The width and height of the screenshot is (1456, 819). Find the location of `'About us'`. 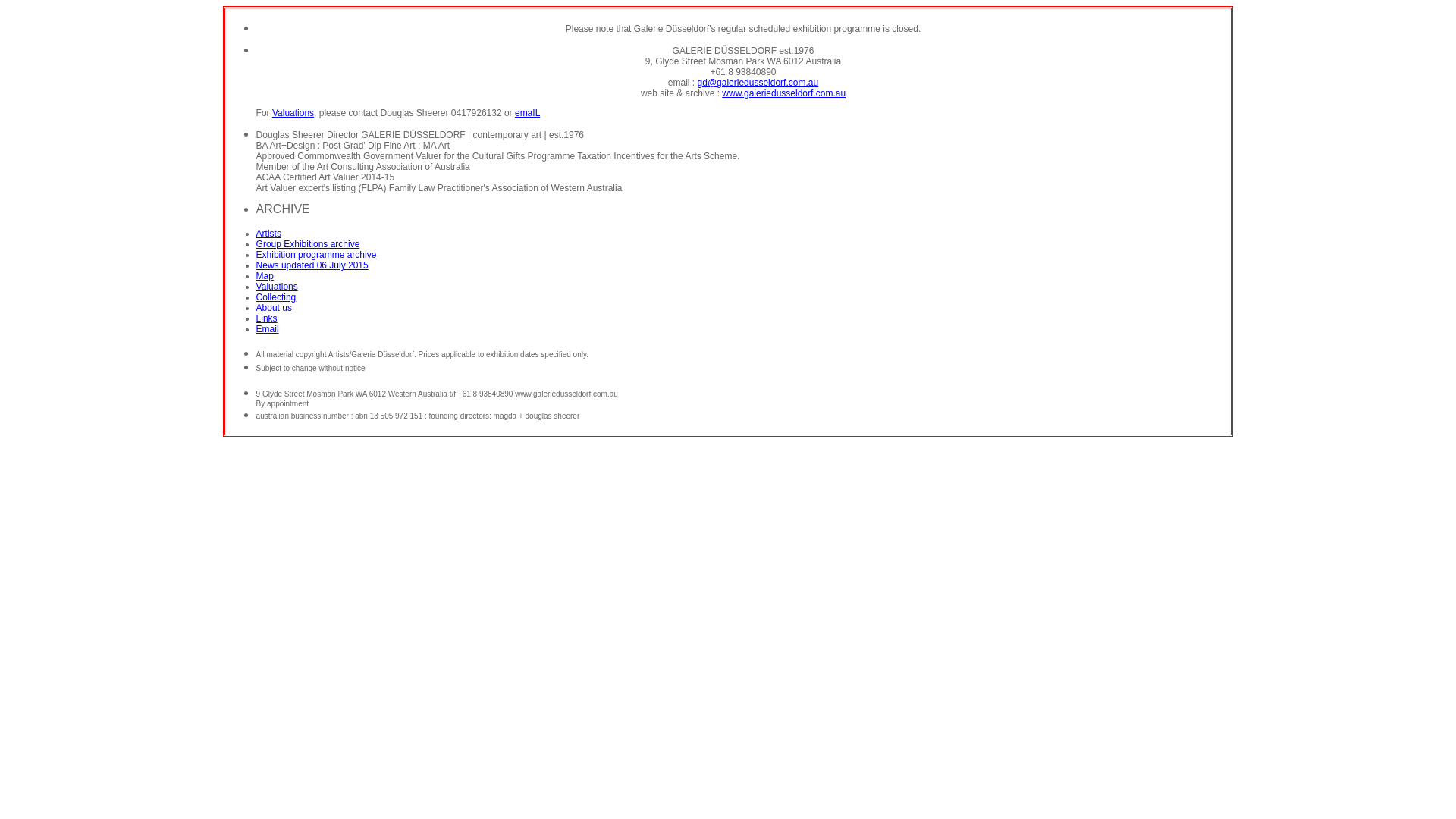

'About us' is located at coordinates (274, 307).